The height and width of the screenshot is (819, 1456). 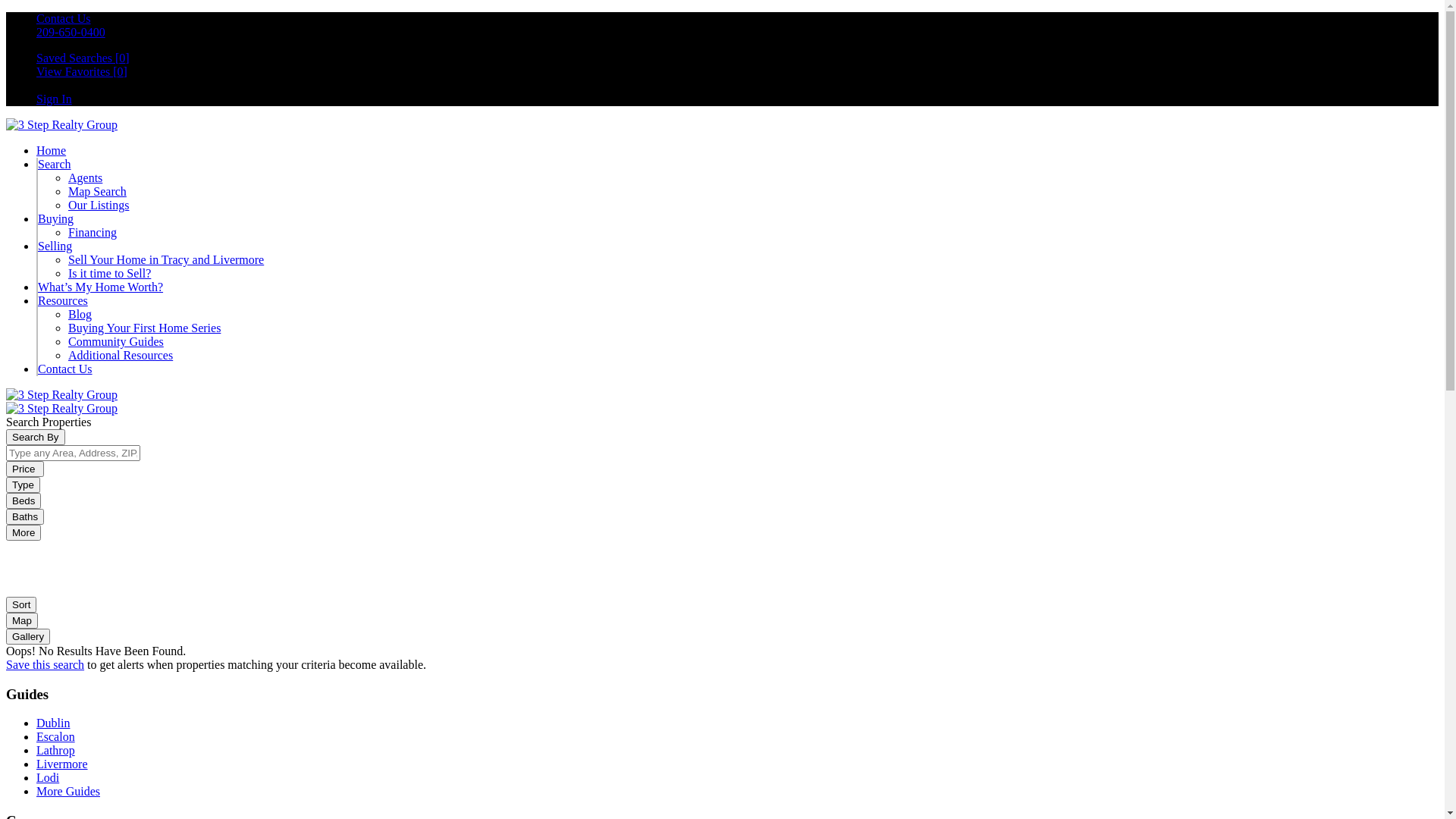 What do you see at coordinates (28, 636) in the screenshot?
I see `'Gallery'` at bounding box center [28, 636].